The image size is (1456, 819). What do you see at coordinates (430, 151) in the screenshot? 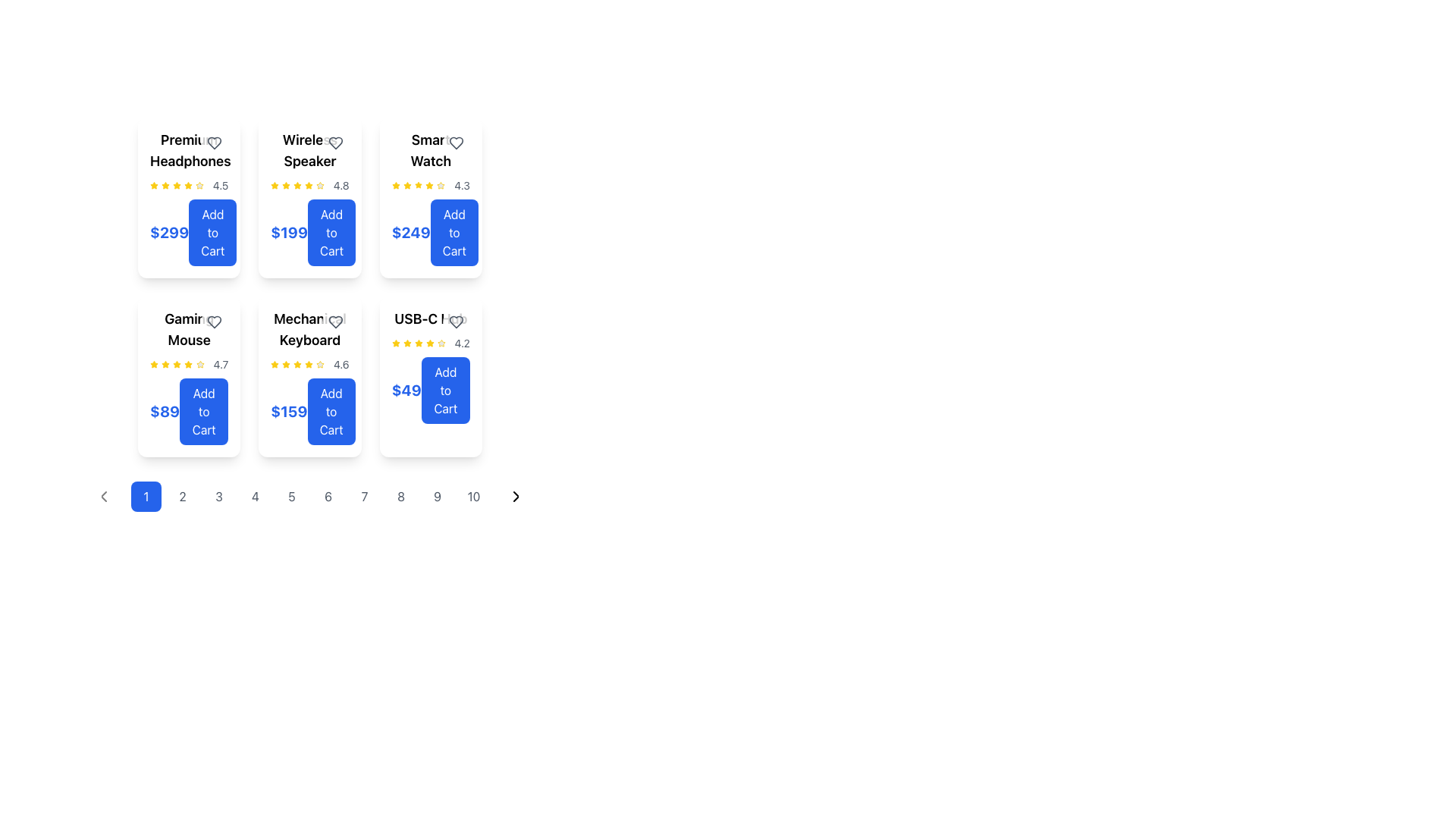
I see `the text label displaying the product name 'Smart Watch', located at the top-center of the product card` at bounding box center [430, 151].